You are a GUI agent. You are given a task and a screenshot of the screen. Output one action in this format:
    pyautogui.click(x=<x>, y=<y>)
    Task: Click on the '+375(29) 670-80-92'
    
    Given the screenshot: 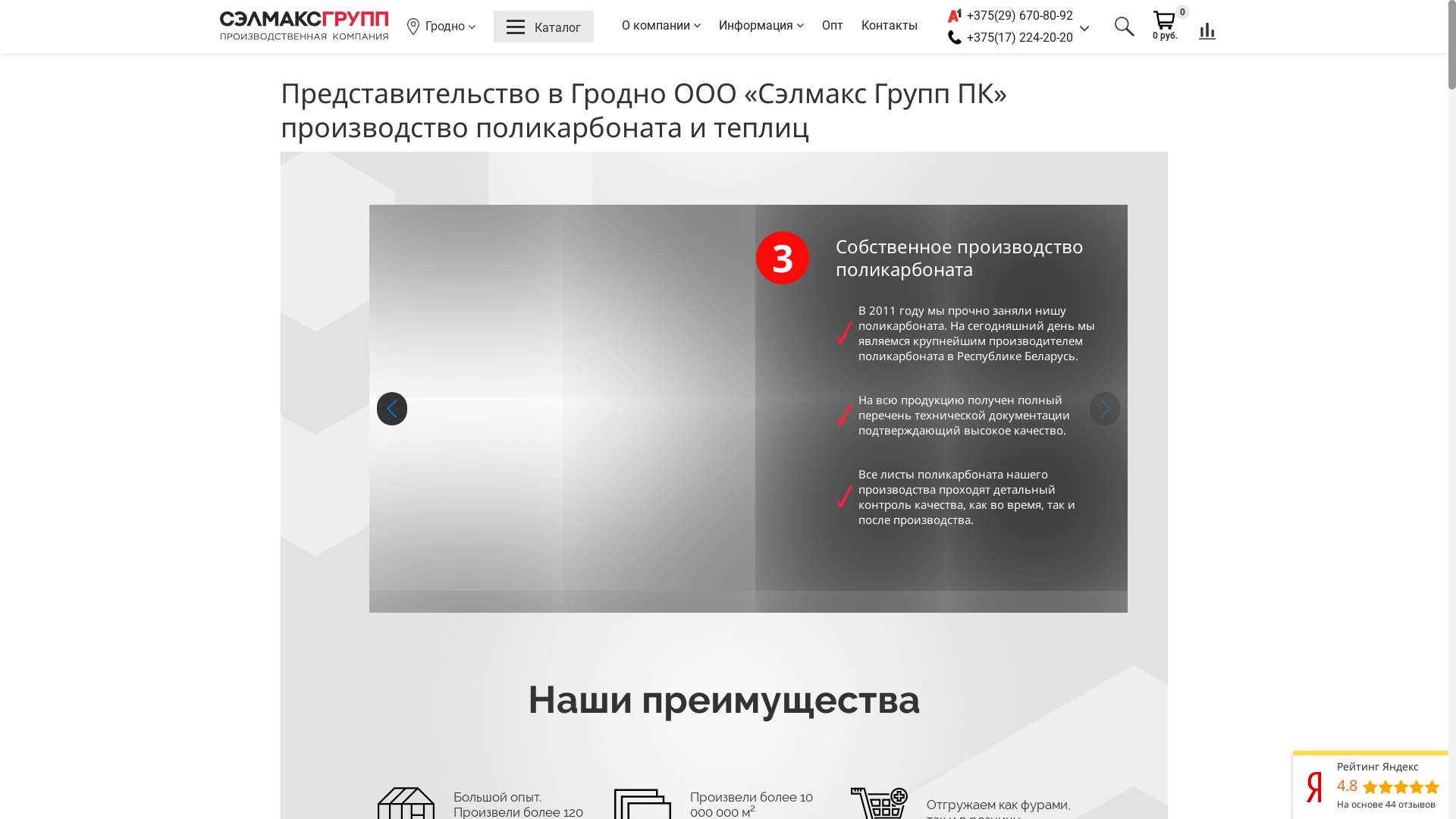 What is the action you would take?
    pyautogui.click(x=966, y=15)
    